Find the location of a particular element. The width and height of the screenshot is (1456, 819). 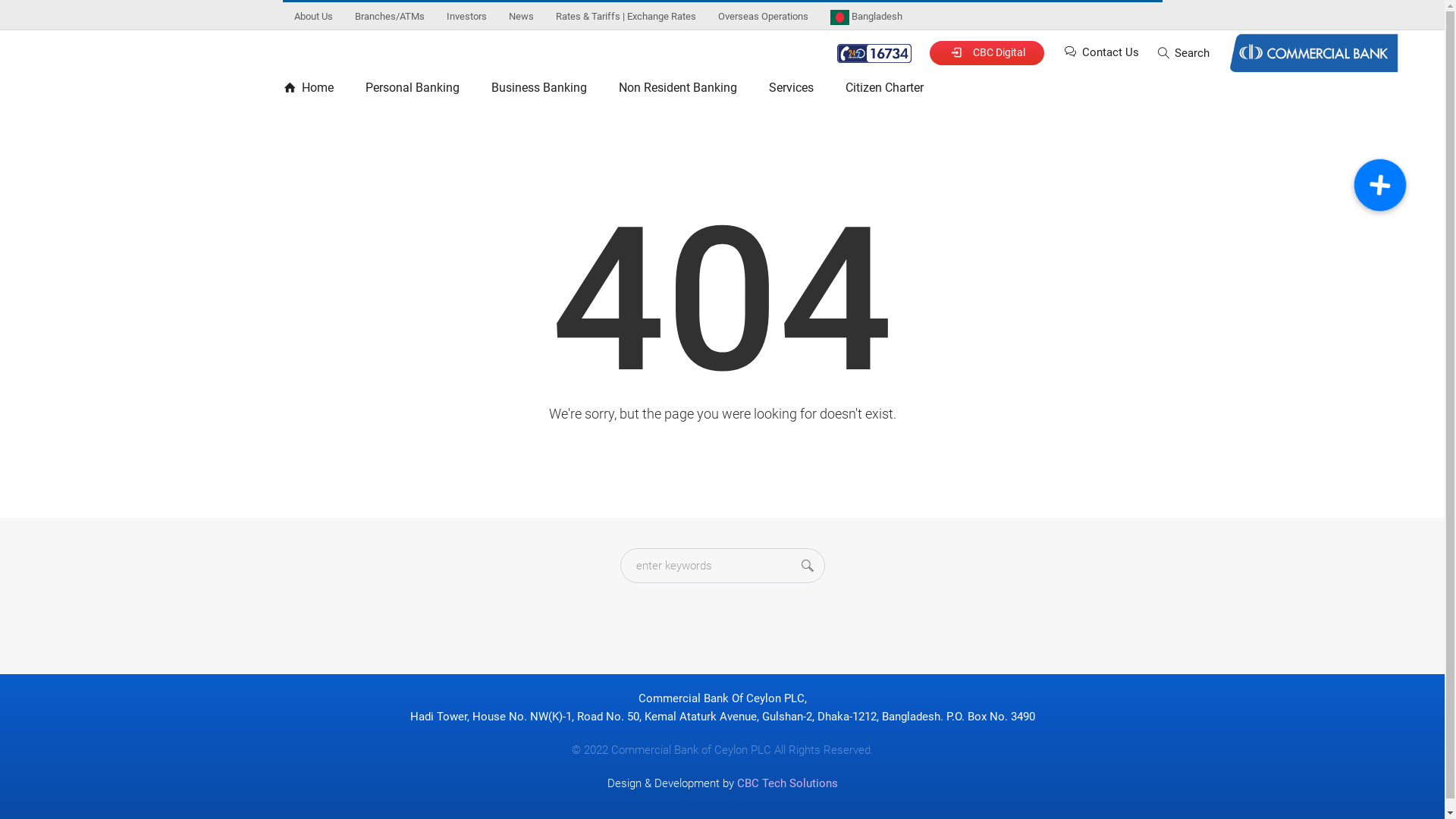

'Services' is located at coordinates (789, 90).